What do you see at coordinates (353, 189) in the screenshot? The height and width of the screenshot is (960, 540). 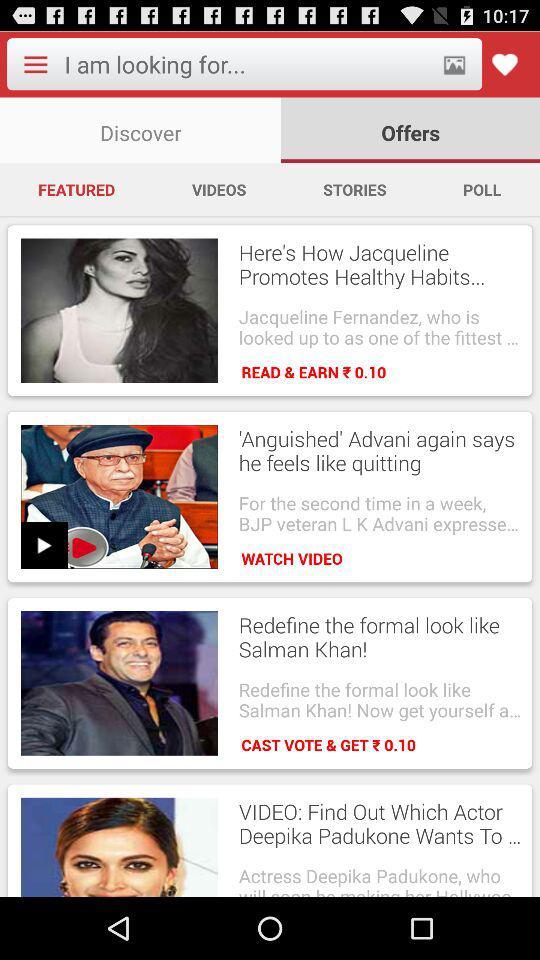 I see `the icon to the left of the poll icon` at bounding box center [353, 189].